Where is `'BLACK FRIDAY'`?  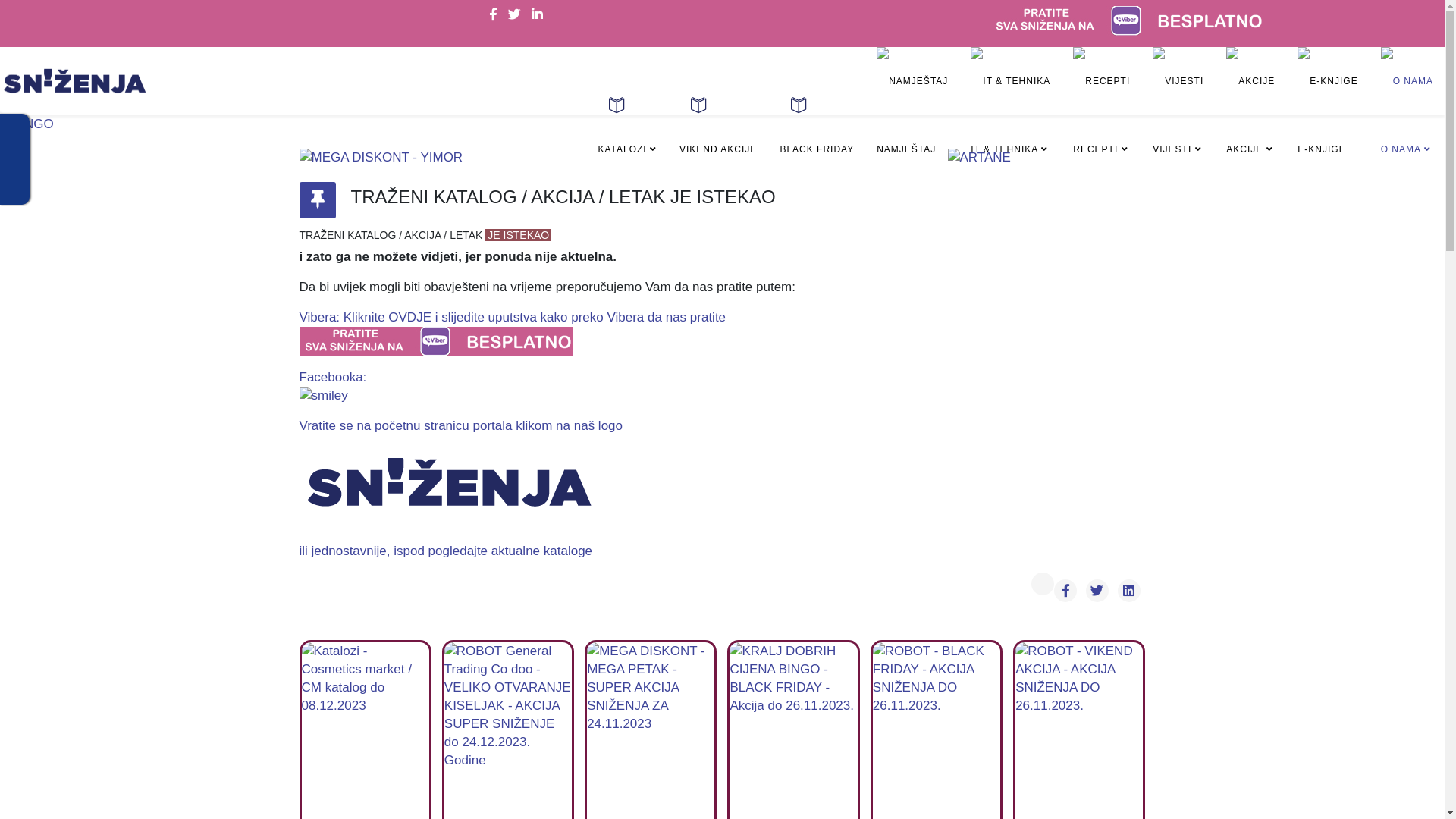 'BLACK FRIDAY' is located at coordinates (815, 138).